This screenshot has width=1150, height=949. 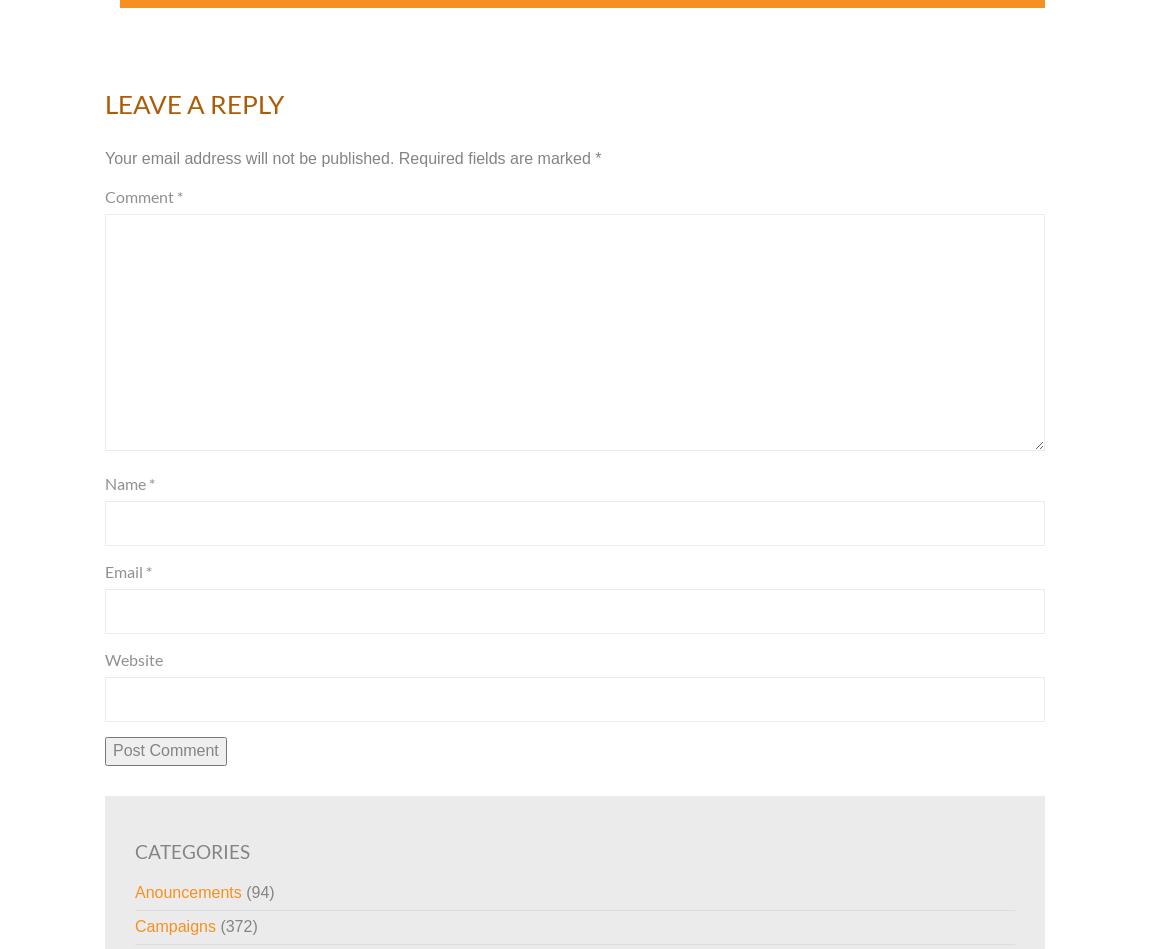 What do you see at coordinates (191, 850) in the screenshot?
I see `'Categories'` at bounding box center [191, 850].